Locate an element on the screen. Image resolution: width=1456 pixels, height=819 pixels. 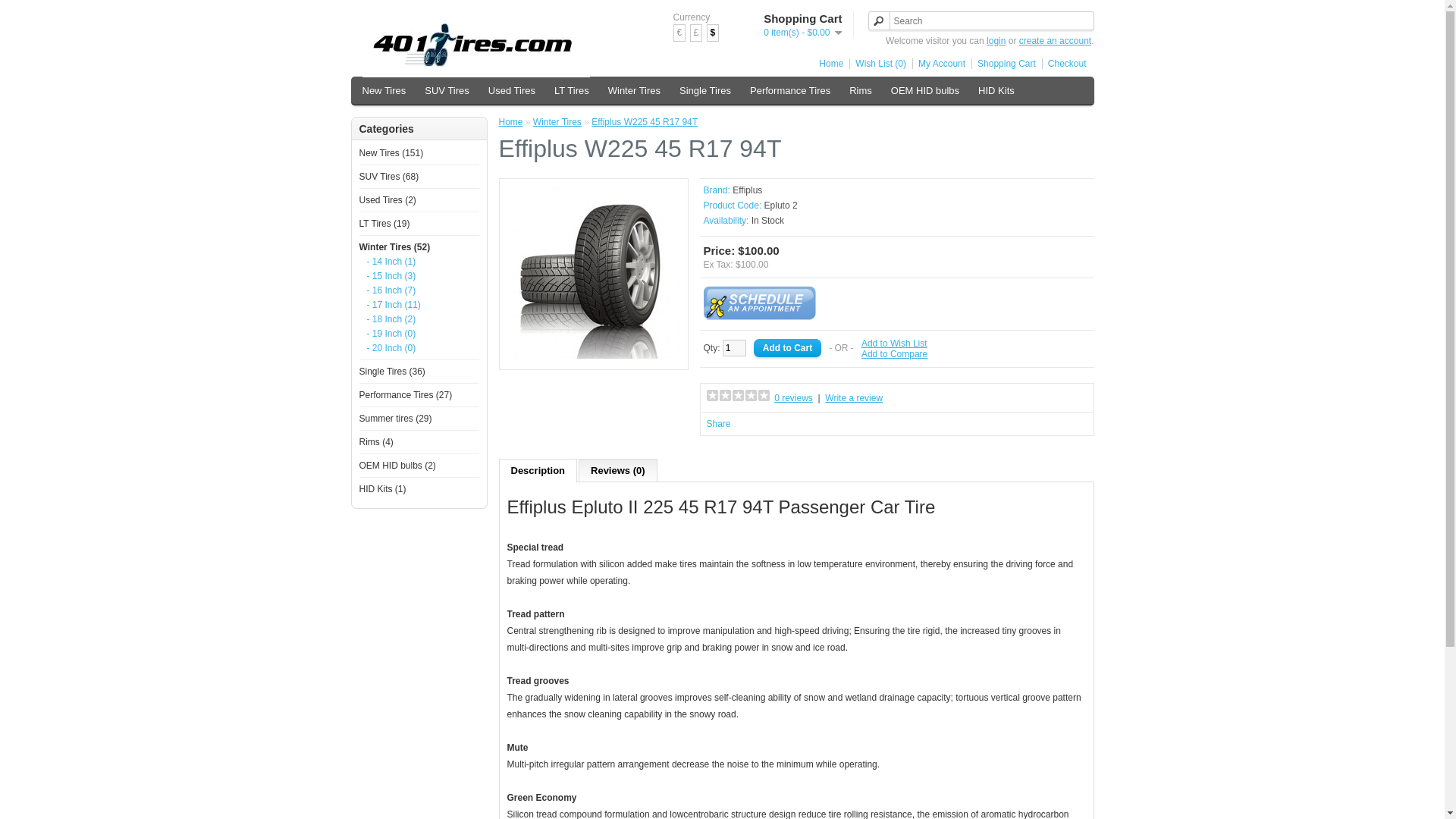
'Performance Tires' is located at coordinates (742, 90).